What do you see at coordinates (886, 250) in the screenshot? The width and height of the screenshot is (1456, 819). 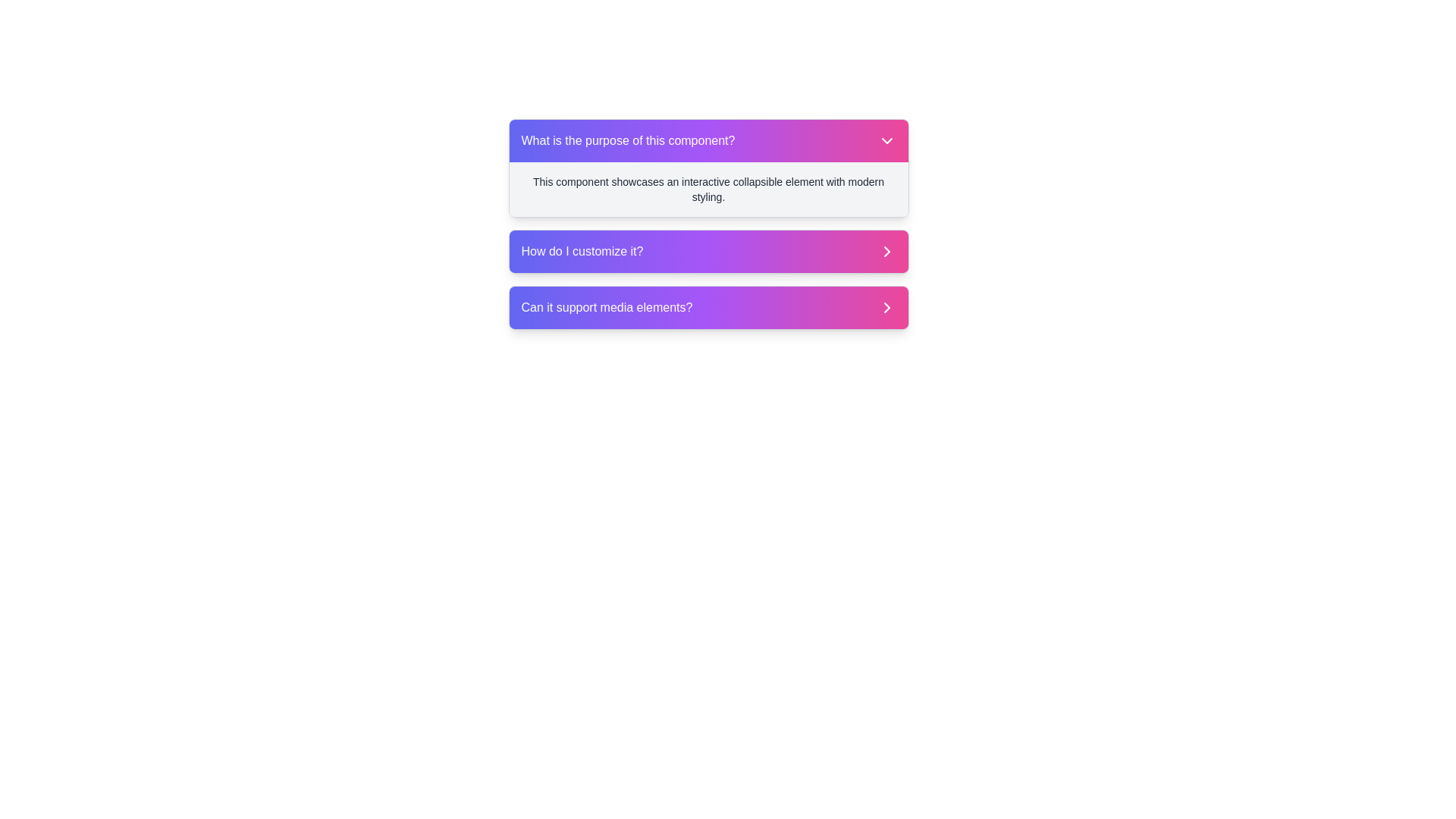 I see `the Chevron Icon located on the right side of the 'How do I customize it?' button, which indicates navigation or expansion options` at bounding box center [886, 250].